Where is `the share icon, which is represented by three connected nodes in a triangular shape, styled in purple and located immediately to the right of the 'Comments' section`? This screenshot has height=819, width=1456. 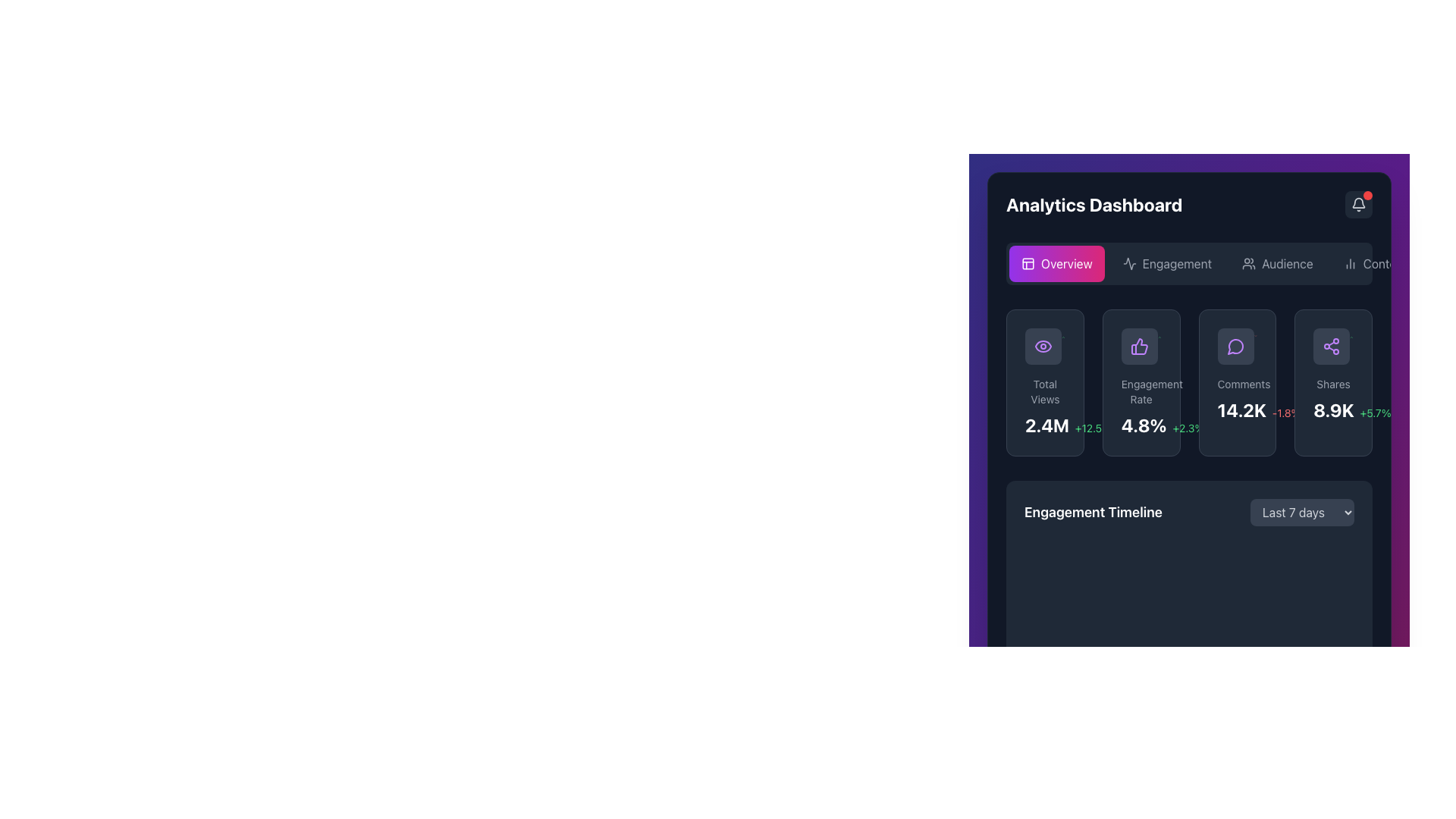
the share icon, which is represented by three connected nodes in a triangular shape, styled in purple and located immediately to the right of the 'Comments' section is located at coordinates (1331, 346).